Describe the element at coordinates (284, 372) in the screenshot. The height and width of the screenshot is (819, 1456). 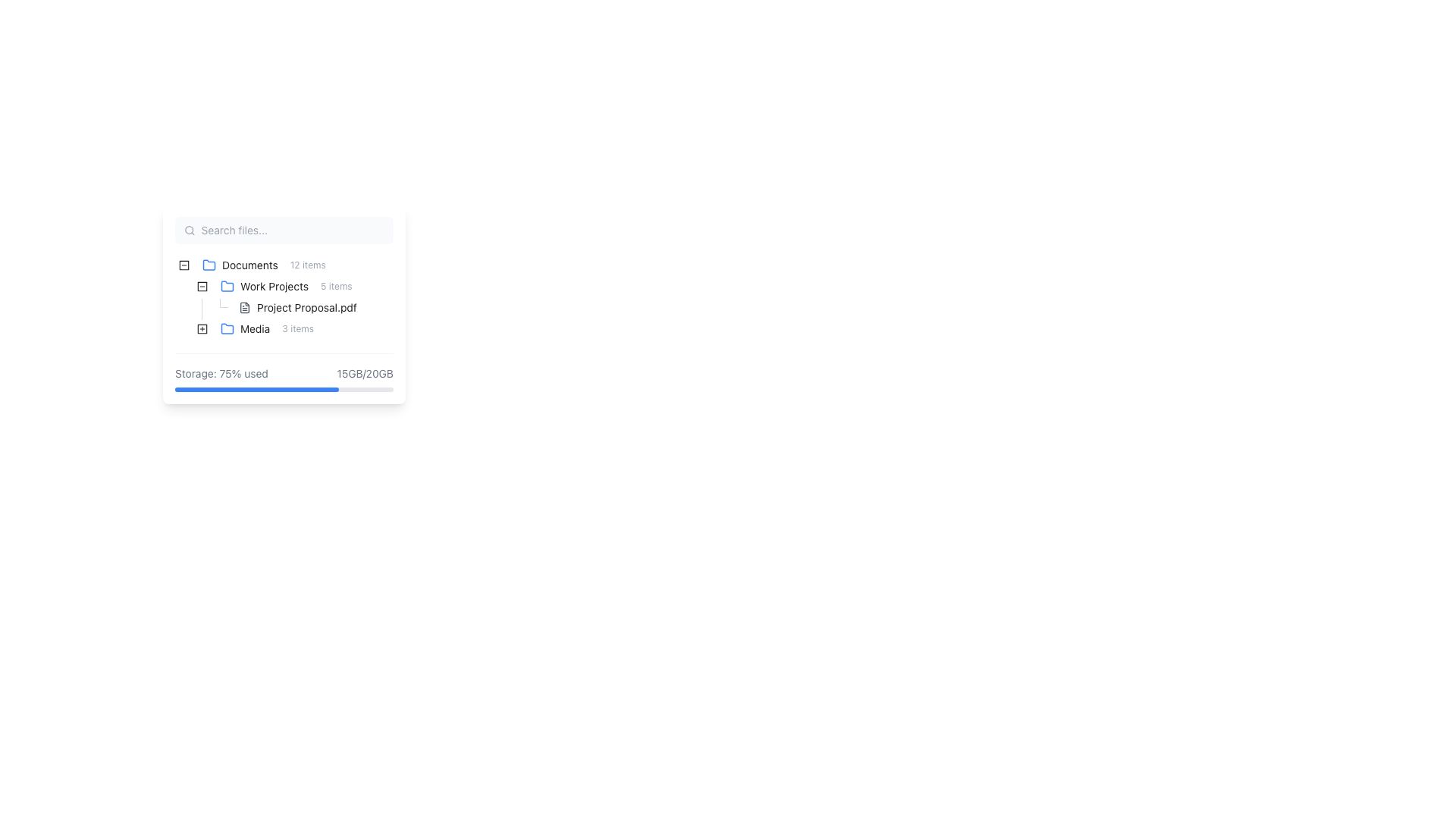
I see `the storage information by clicking on the progress bar that shows 'Storage: 75% used' and '15GB/20GB' at the bottom of the file browser interface` at that location.